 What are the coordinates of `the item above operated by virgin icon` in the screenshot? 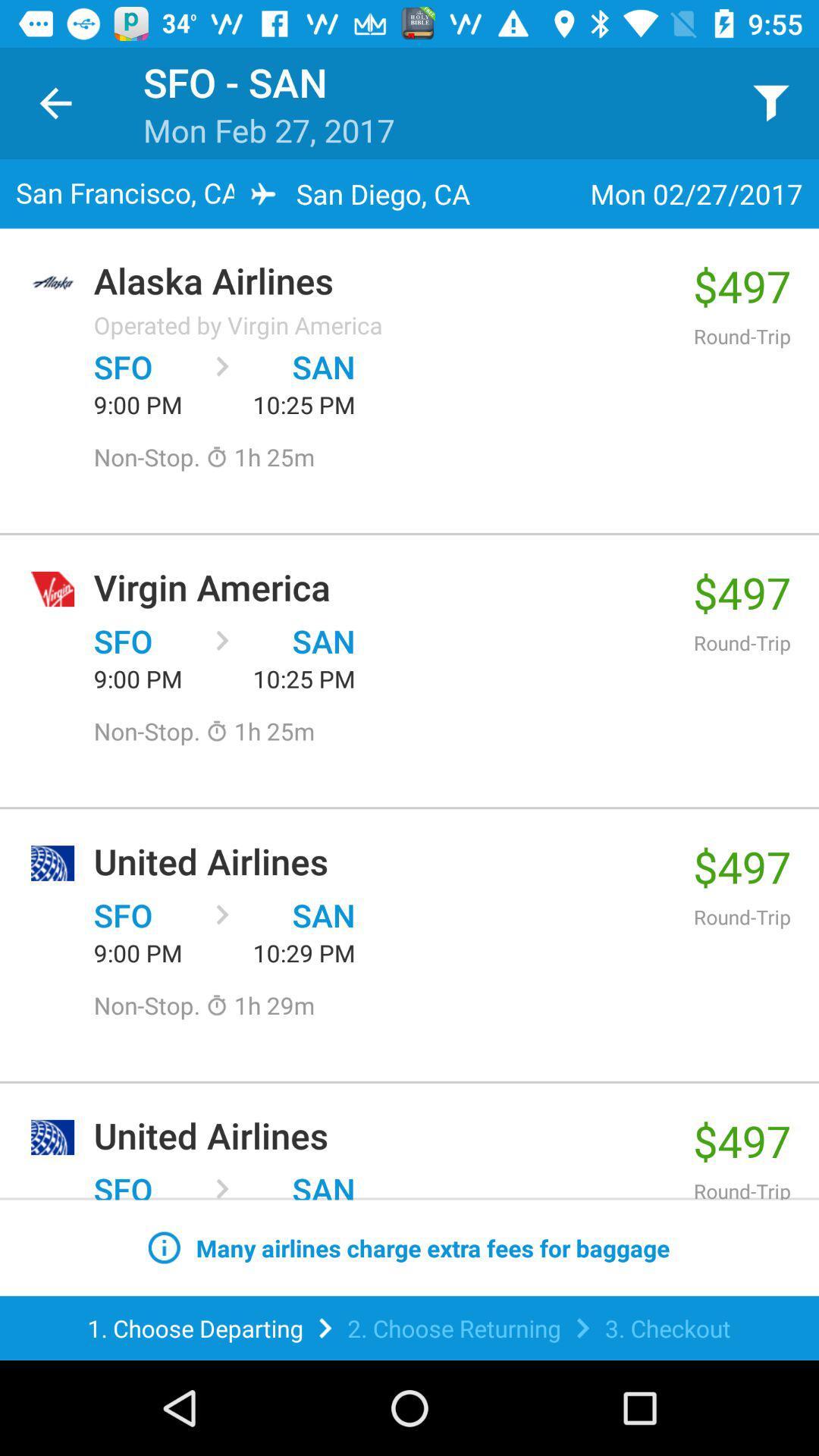 It's located at (384, 281).